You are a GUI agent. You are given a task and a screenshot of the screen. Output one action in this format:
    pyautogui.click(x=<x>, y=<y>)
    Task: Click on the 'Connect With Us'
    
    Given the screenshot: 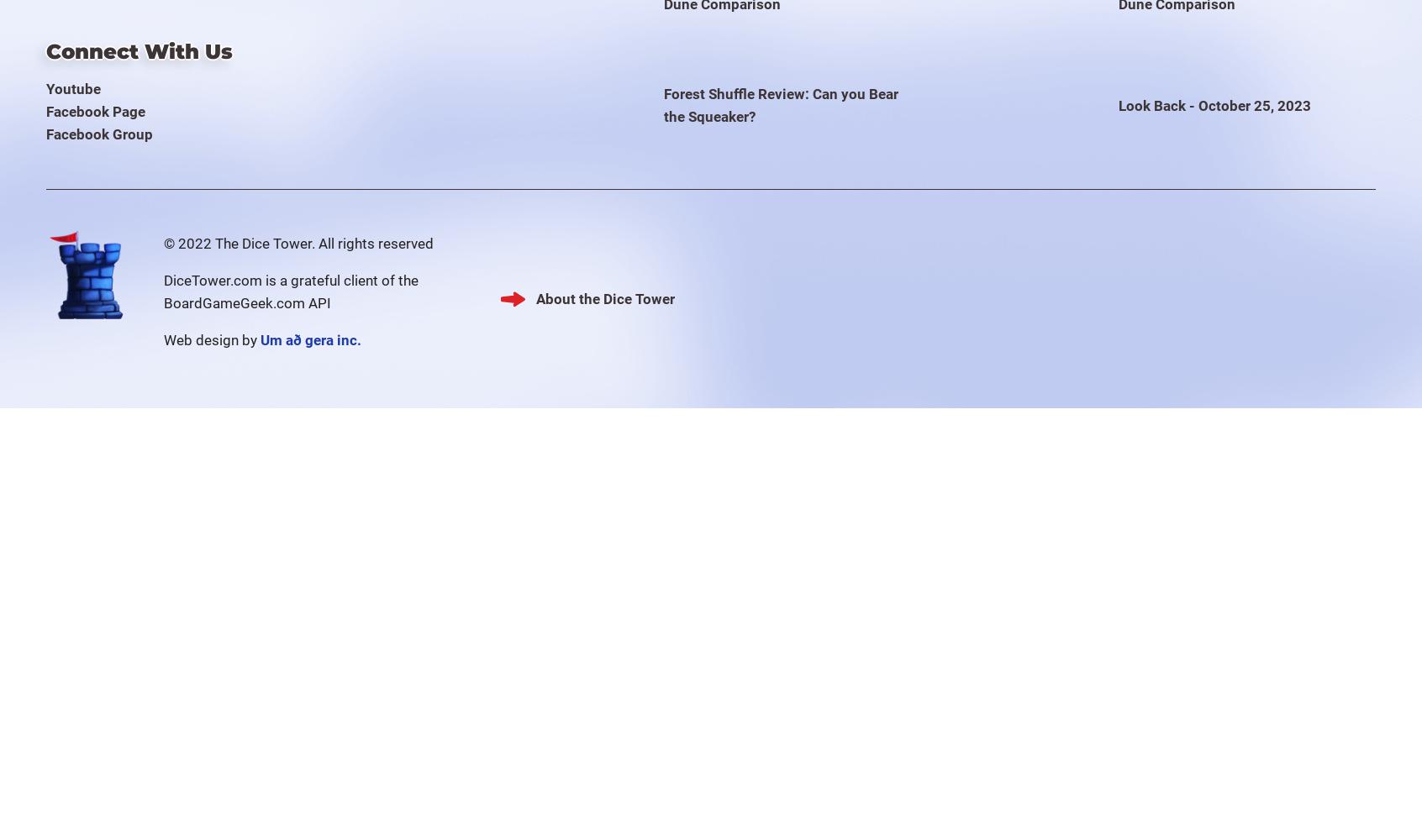 What is the action you would take?
    pyautogui.click(x=137, y=51)
    